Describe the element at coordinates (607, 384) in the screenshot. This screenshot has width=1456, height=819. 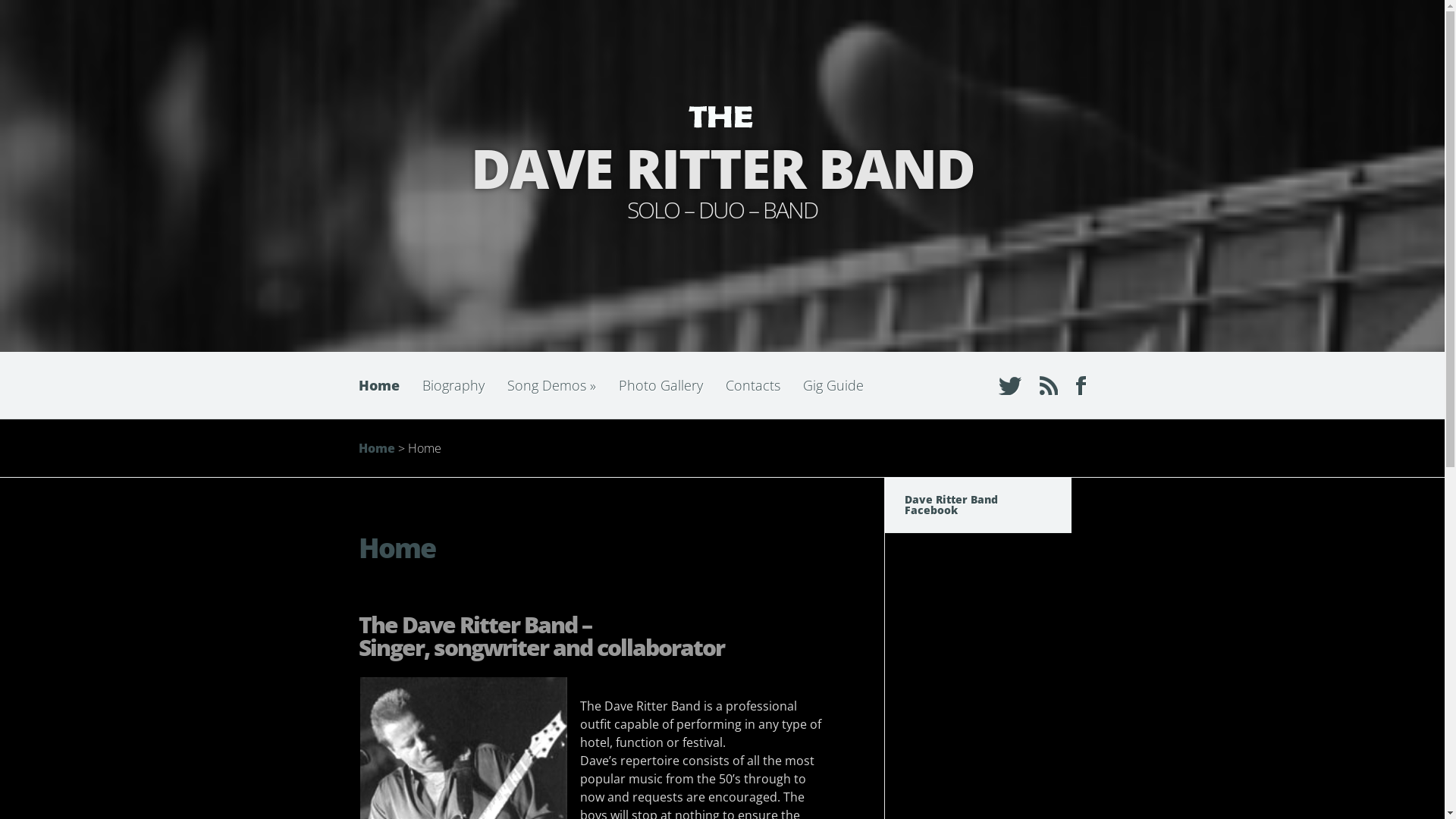
I see `'Photo Gallery'` at that location.